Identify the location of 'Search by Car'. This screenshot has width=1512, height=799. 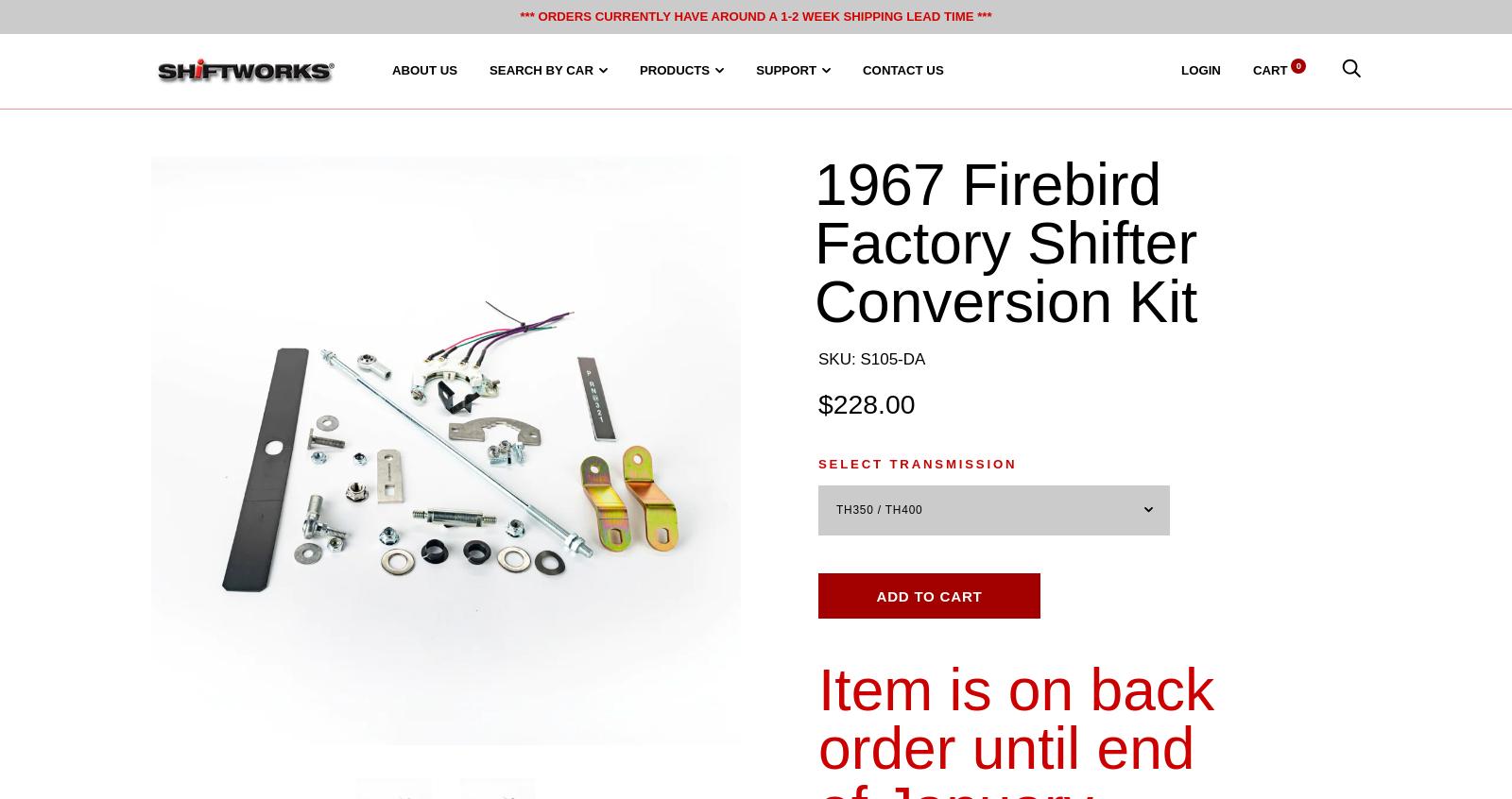
(540, 70).